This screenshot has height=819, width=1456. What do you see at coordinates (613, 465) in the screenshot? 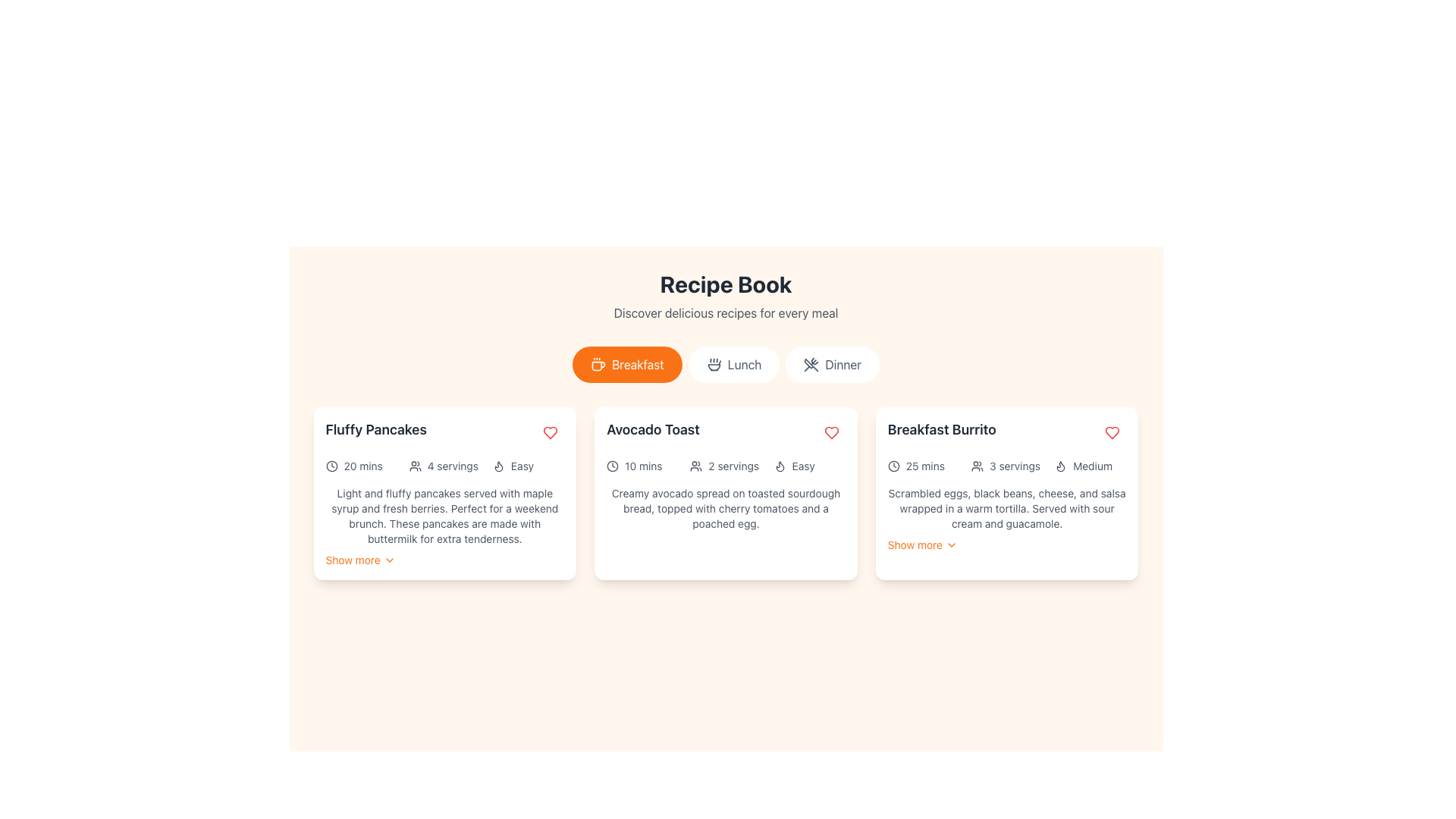
I see `small clock icon with a circular outline located in the top-left section of the 'Avocado Toast' card, positioned before the text '10 mins'` at bounding box center [613, 465].